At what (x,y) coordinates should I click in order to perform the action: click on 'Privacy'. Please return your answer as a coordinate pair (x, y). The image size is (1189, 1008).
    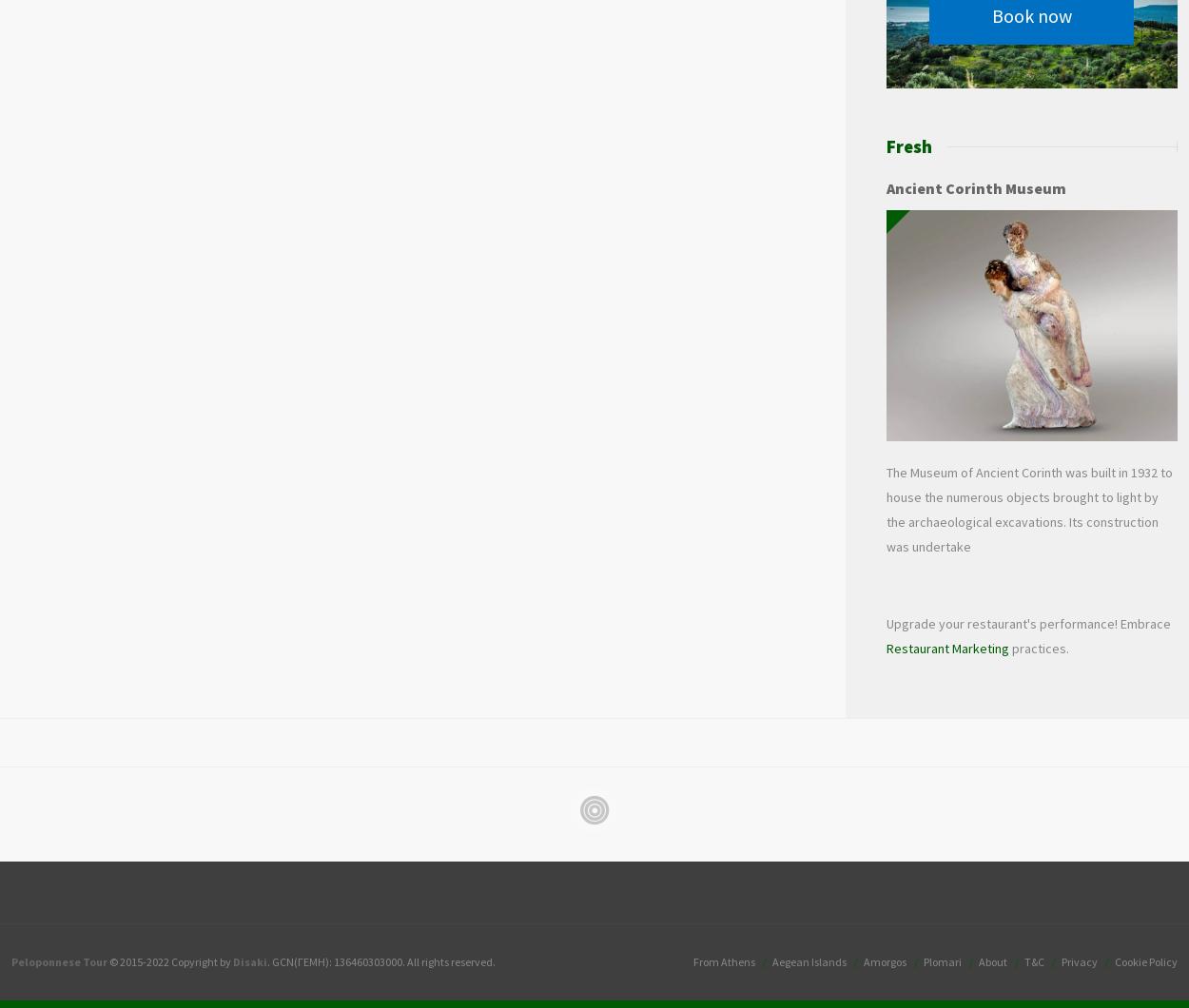
    Looking at the image, I should click on (1061, 960).